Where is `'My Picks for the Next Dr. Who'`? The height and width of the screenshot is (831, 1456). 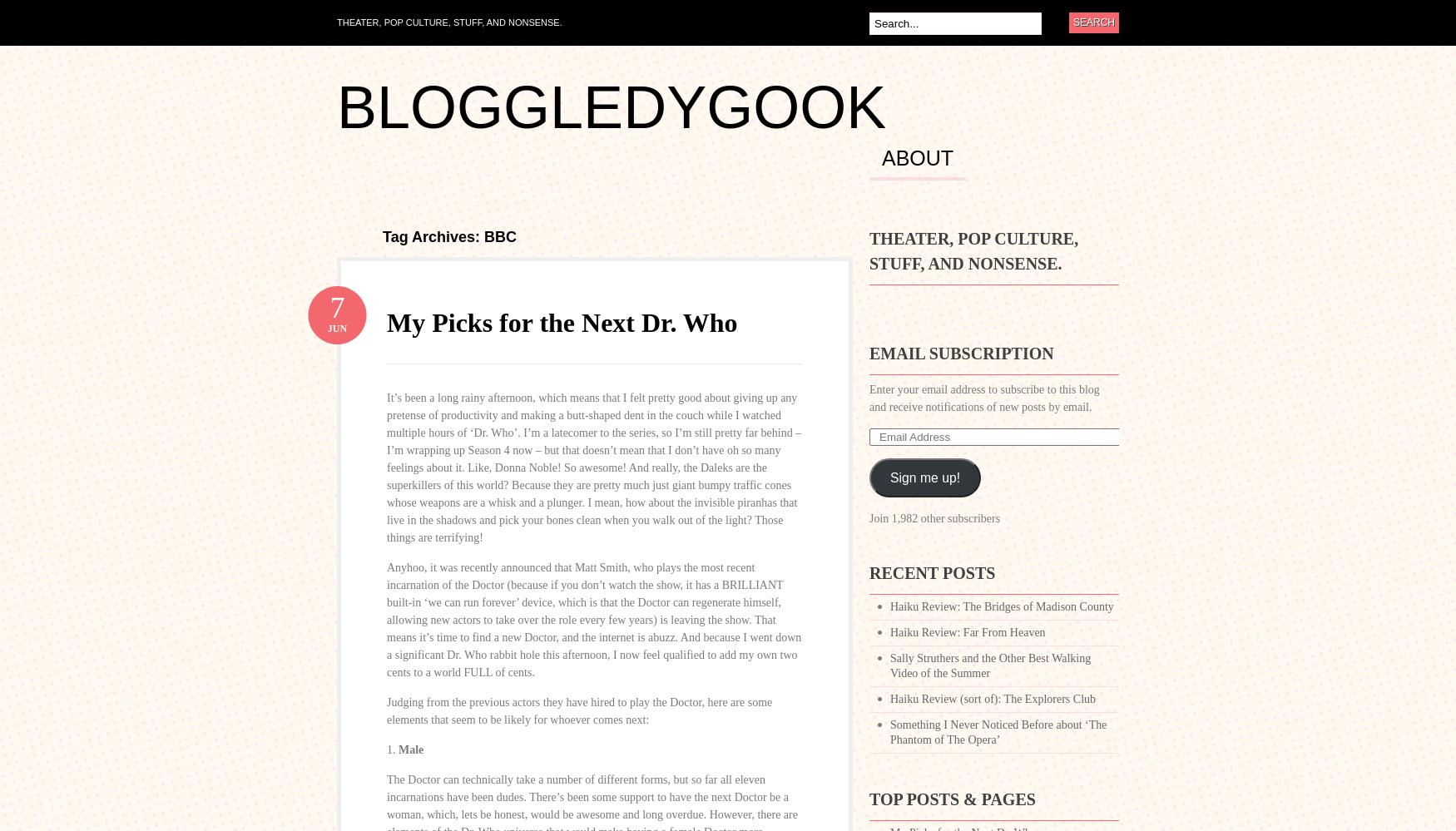 'My Picks for the Next Dr. Who' is located at coordinates (561, 323).